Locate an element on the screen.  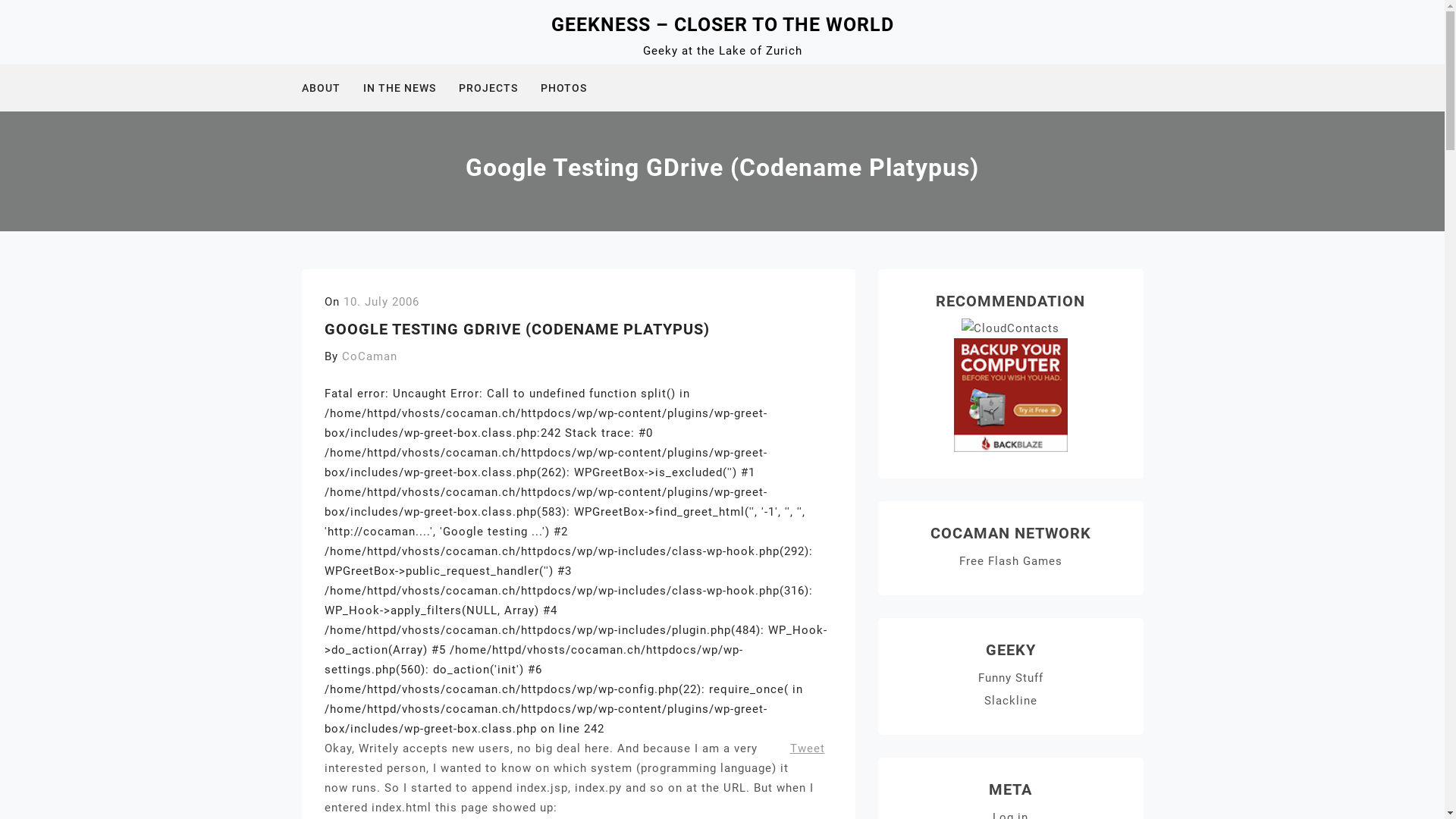
'Tweet' is located at coordinates (807, 748).